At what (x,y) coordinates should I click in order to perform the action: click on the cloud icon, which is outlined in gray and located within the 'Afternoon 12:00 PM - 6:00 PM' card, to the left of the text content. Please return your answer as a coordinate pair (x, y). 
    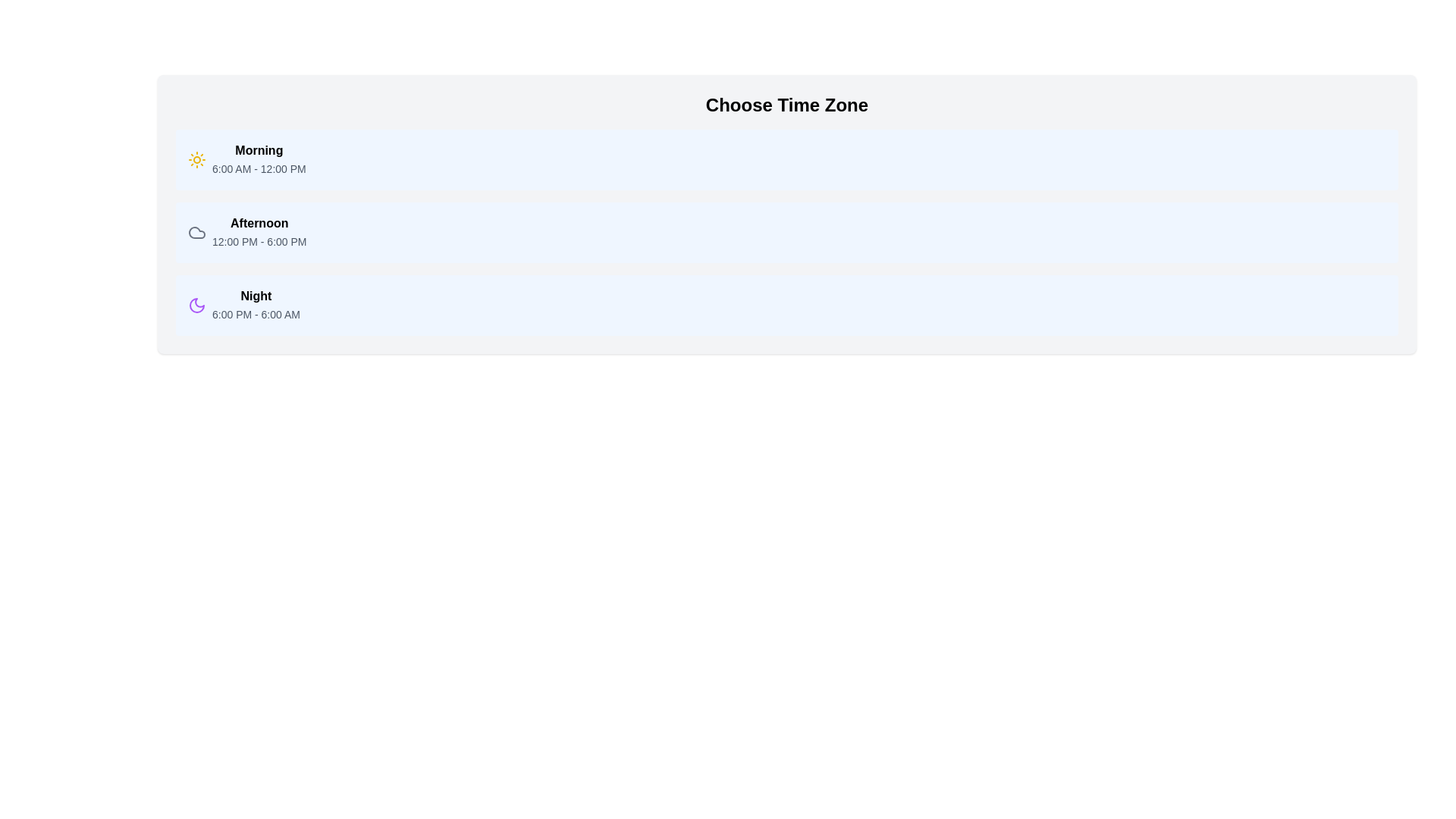
    Looking at the image, I should click on (196, 233).